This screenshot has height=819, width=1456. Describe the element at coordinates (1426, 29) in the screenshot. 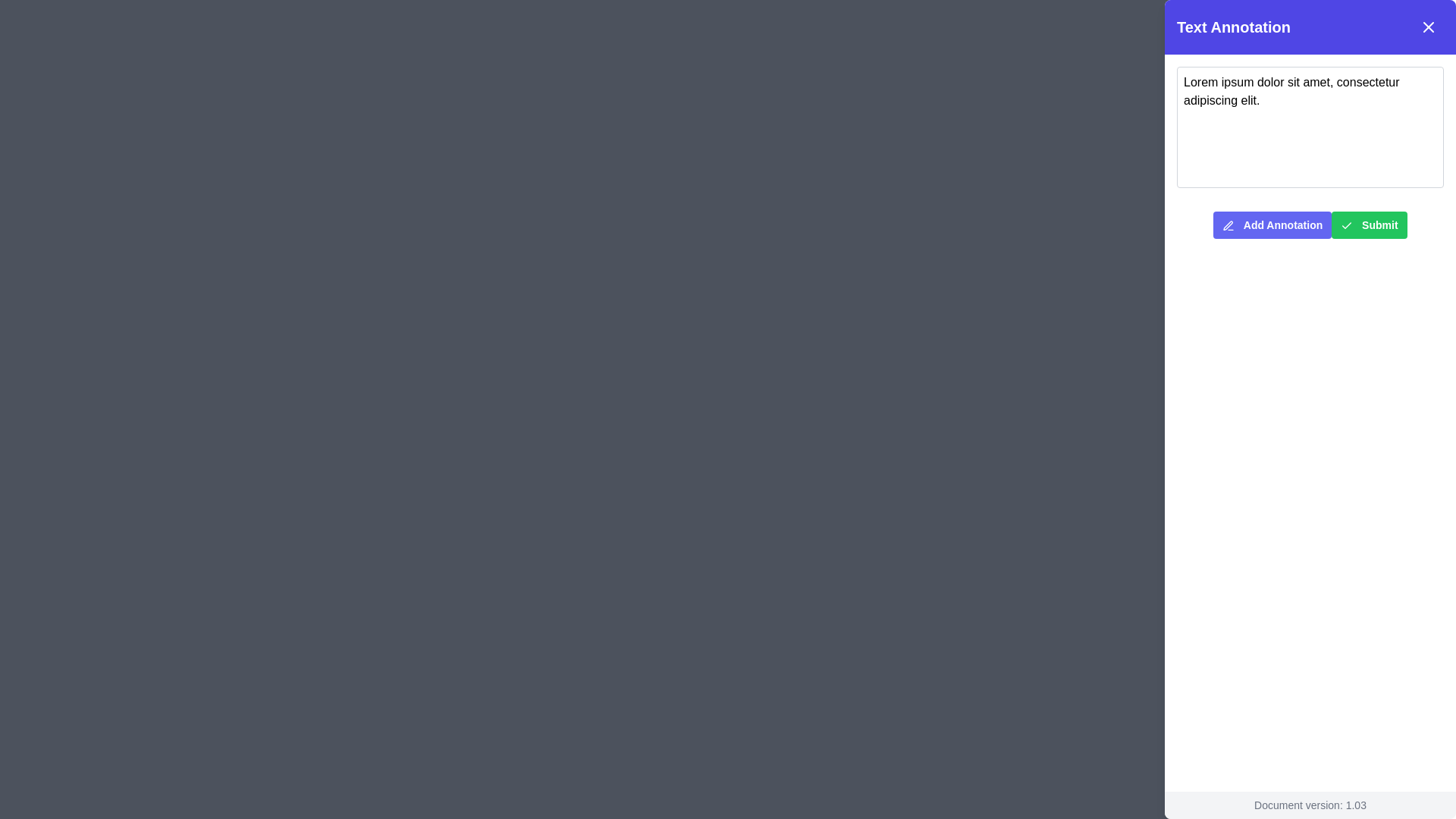

I see `the circular button with an 'X' icon located at the top right corner of the purple header section` at that location.